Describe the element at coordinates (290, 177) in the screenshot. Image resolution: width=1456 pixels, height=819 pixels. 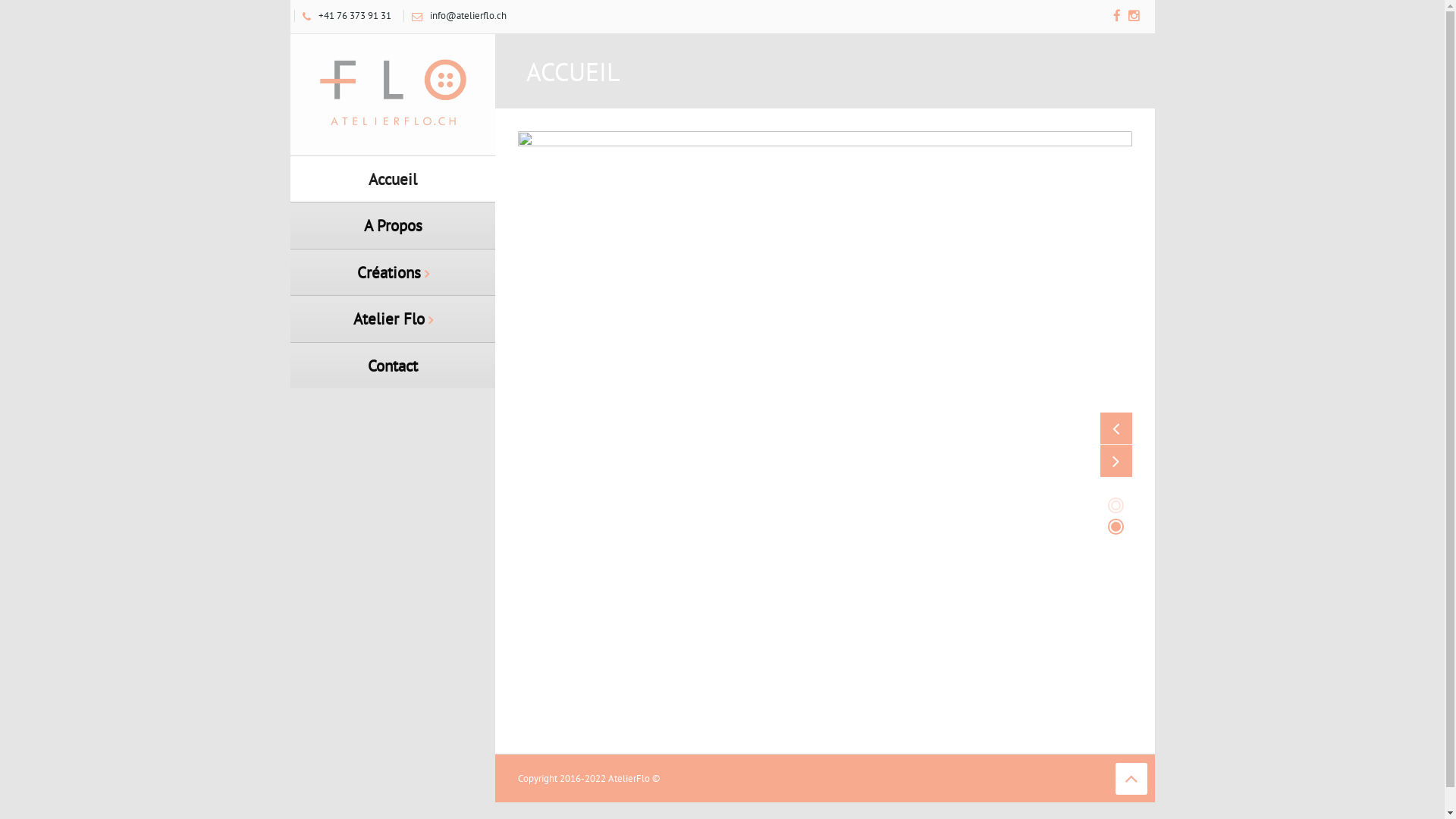
I see `'Accueil'` at that location.